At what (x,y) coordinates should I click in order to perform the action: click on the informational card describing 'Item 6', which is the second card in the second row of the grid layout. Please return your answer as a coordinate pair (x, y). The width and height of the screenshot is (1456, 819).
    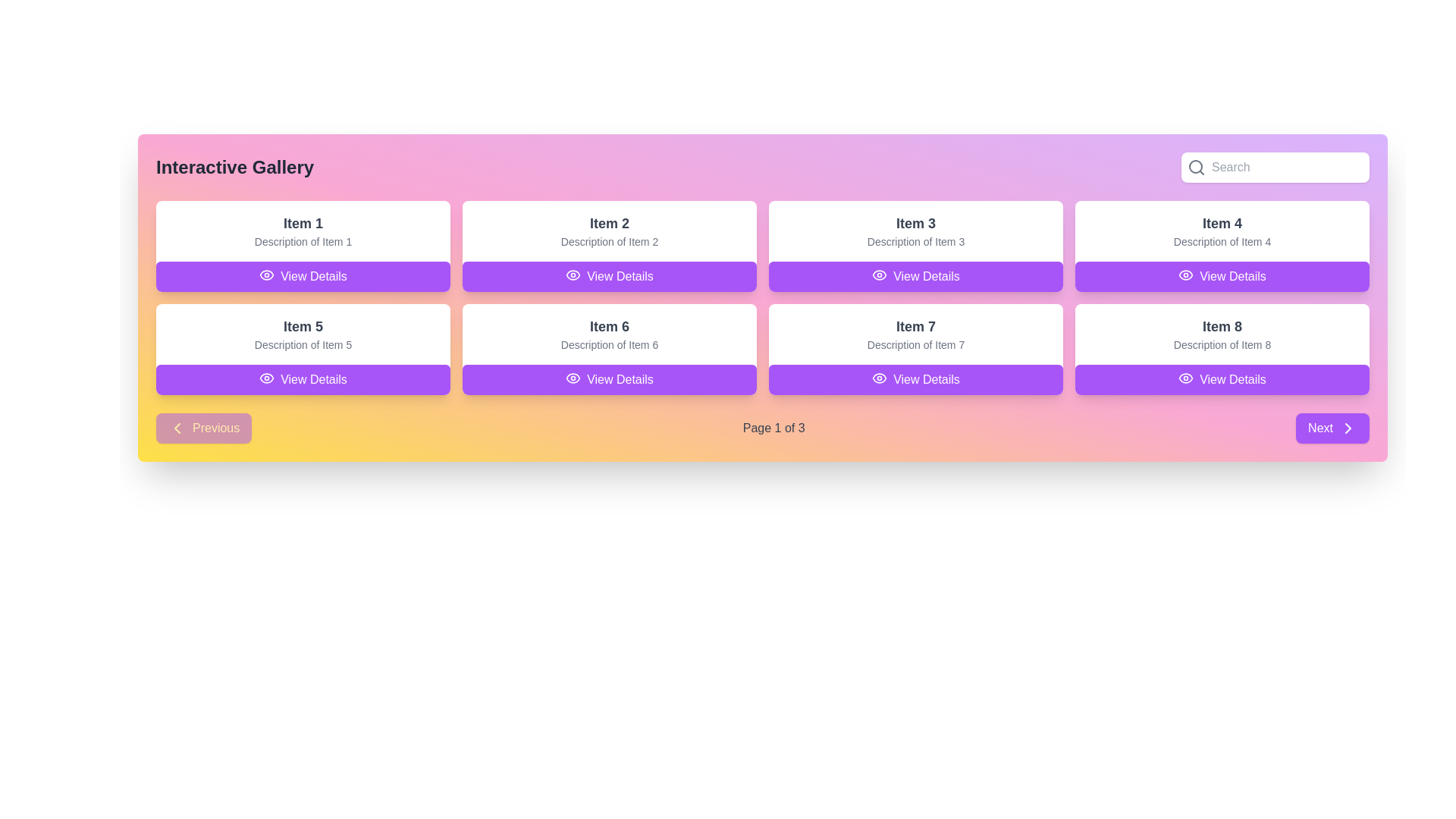
    Looking at the image, I should click on (610, 333).